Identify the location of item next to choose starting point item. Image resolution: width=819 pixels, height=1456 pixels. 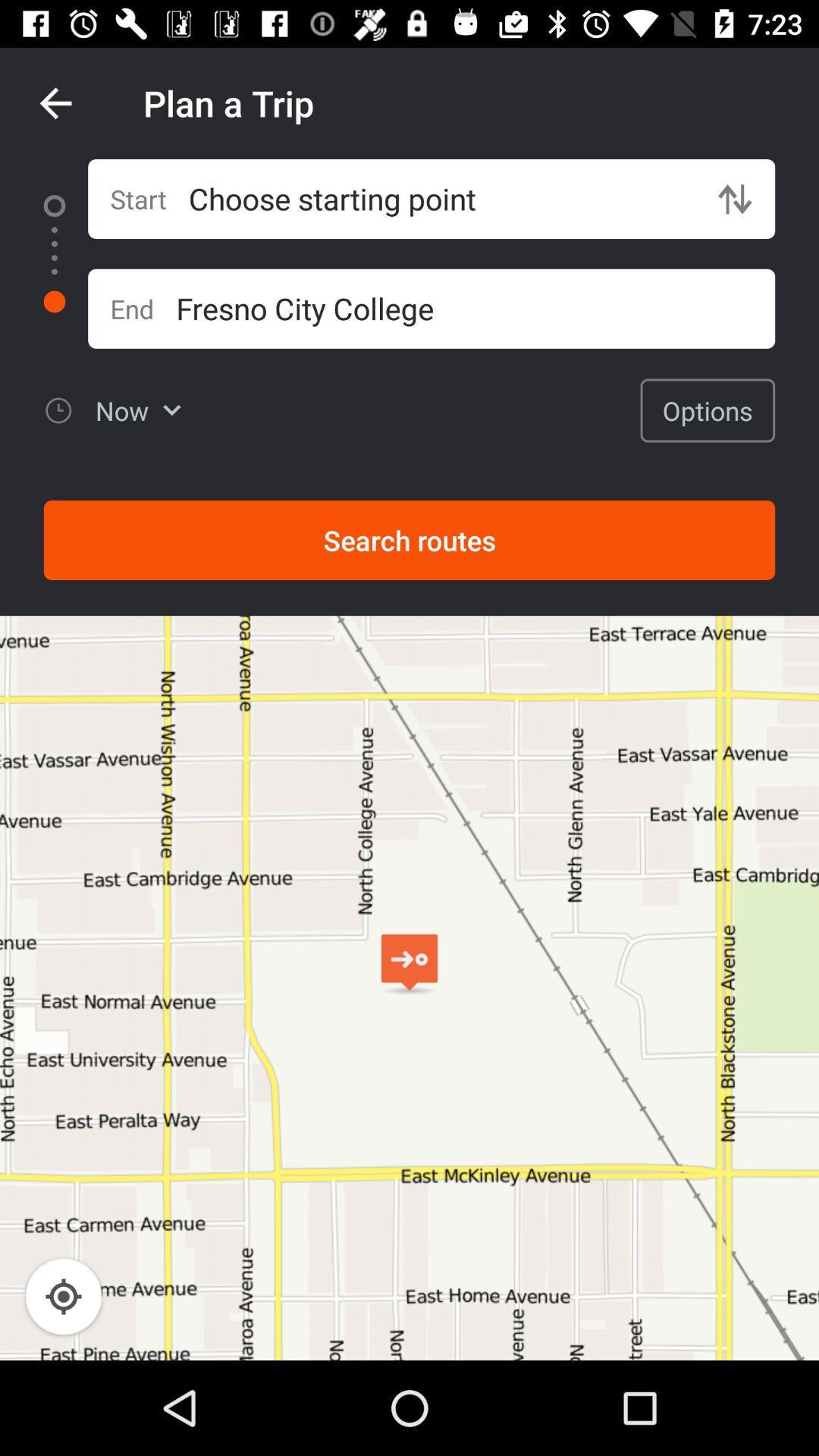
(734, 198).